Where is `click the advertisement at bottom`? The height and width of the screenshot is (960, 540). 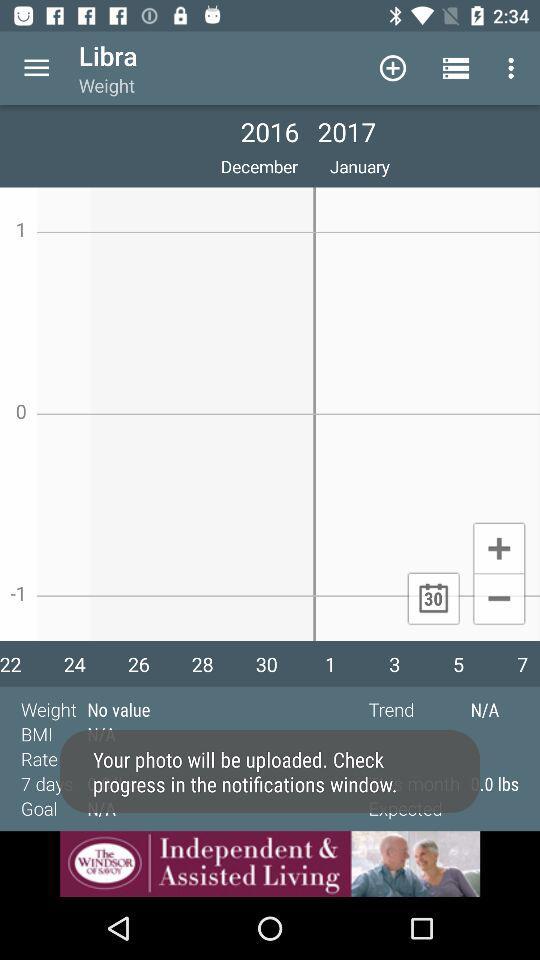
click the advertisement at bottom is located at coordinates (270, 863).